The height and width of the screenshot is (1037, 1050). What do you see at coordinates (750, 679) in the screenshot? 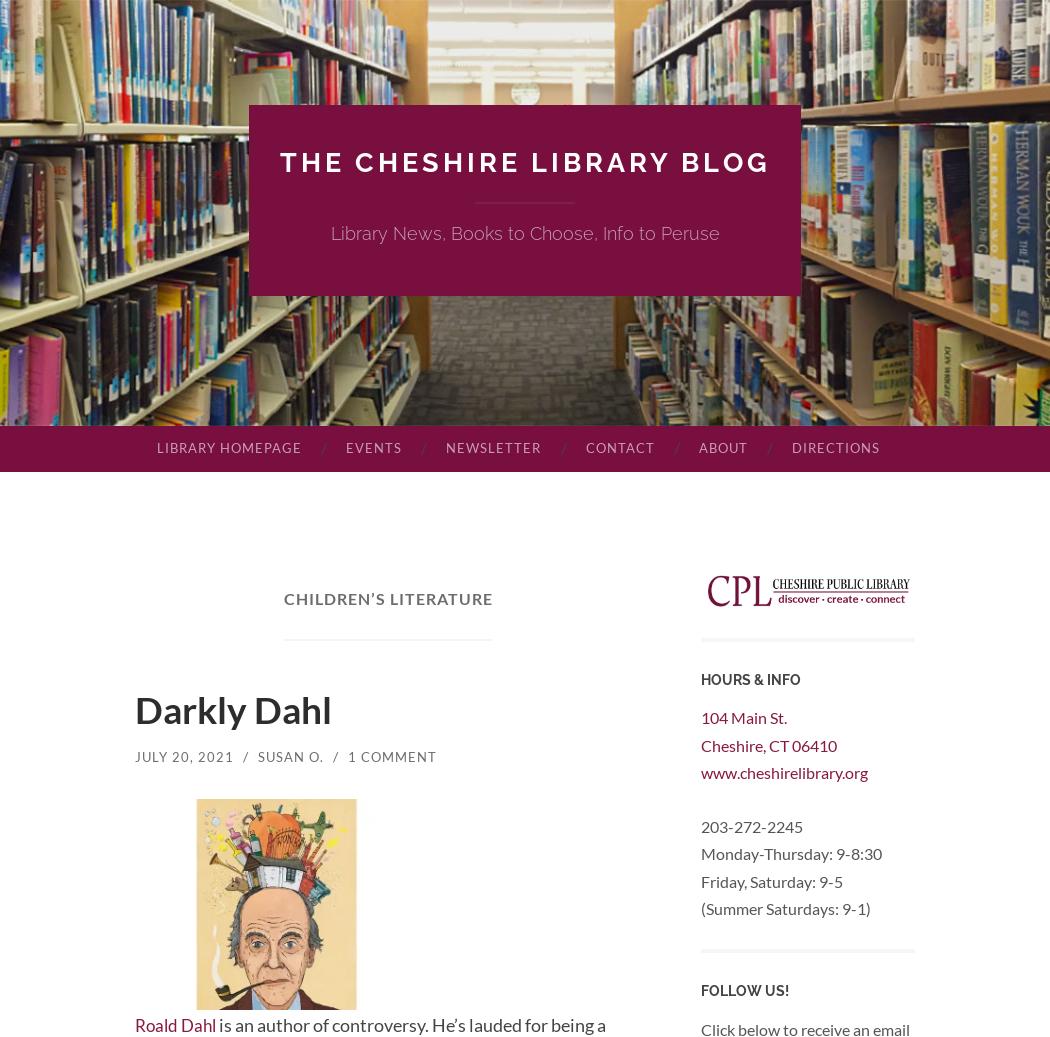
I see `'Hours & Info'` at bounding box center [750, 679].